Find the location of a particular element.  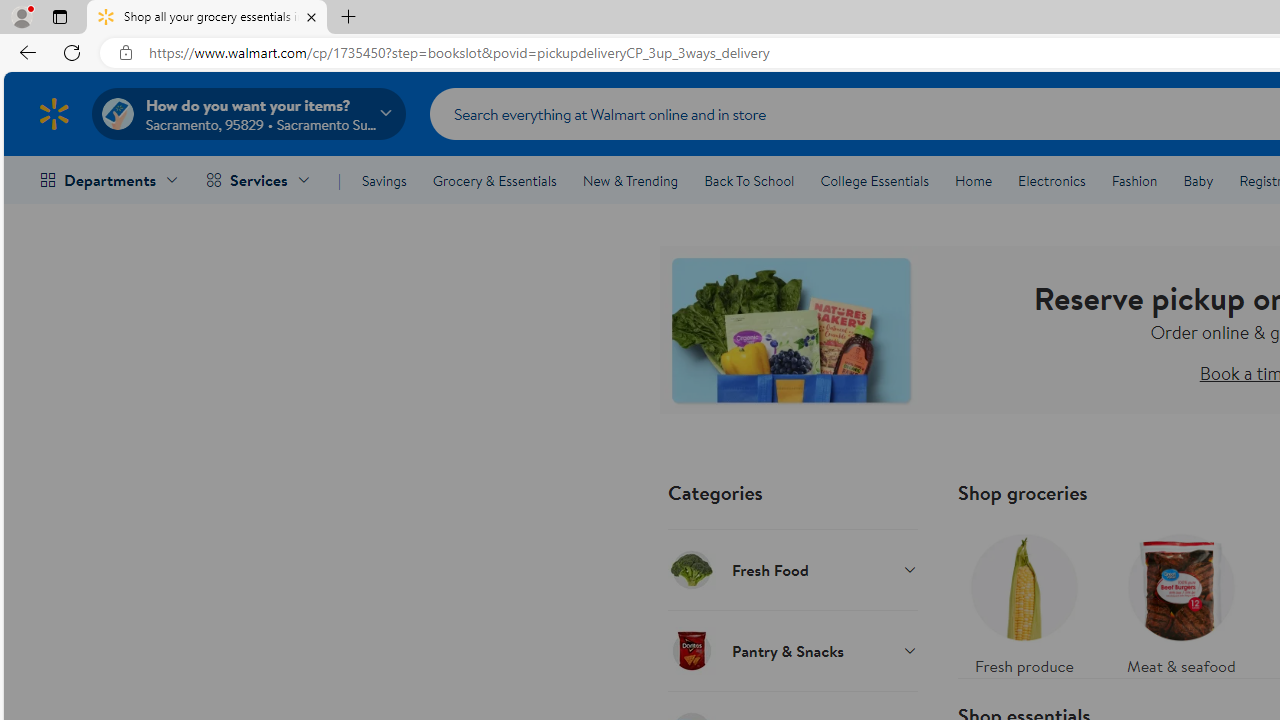

'College Essentials' is located at coordinates (874, 181).